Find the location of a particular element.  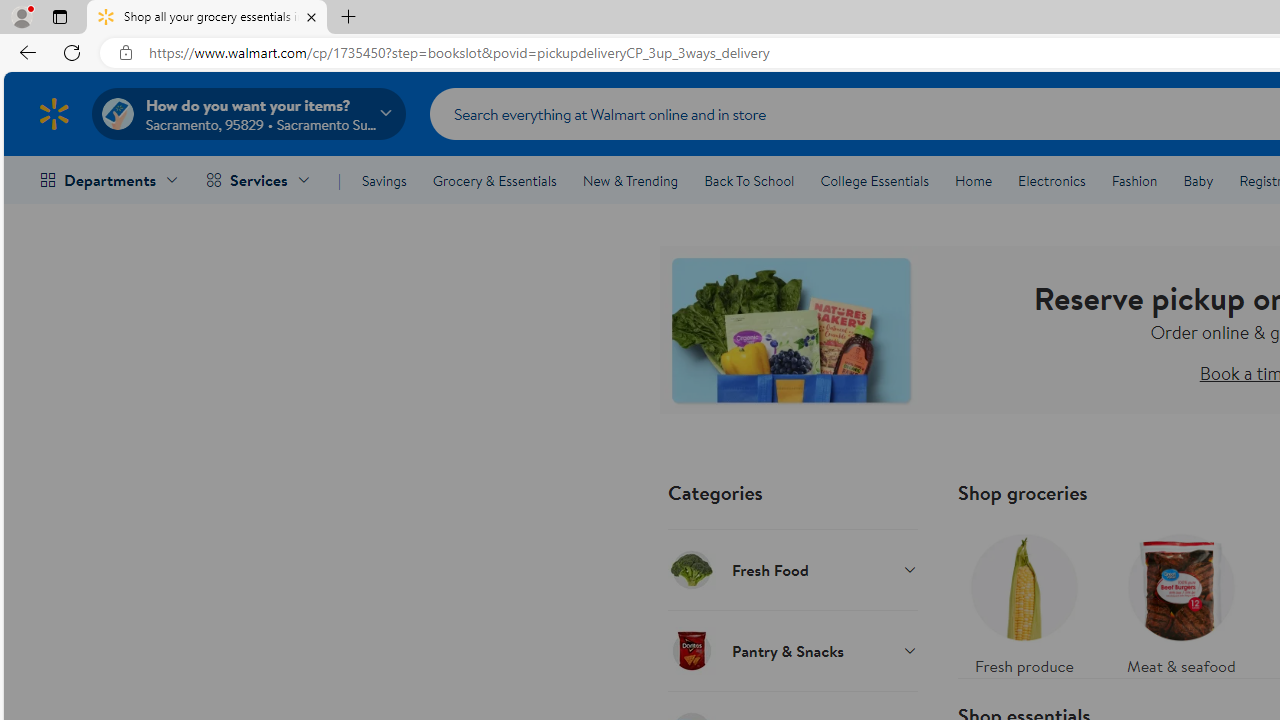

'College Essentials' is located at coordinates (874, 181).